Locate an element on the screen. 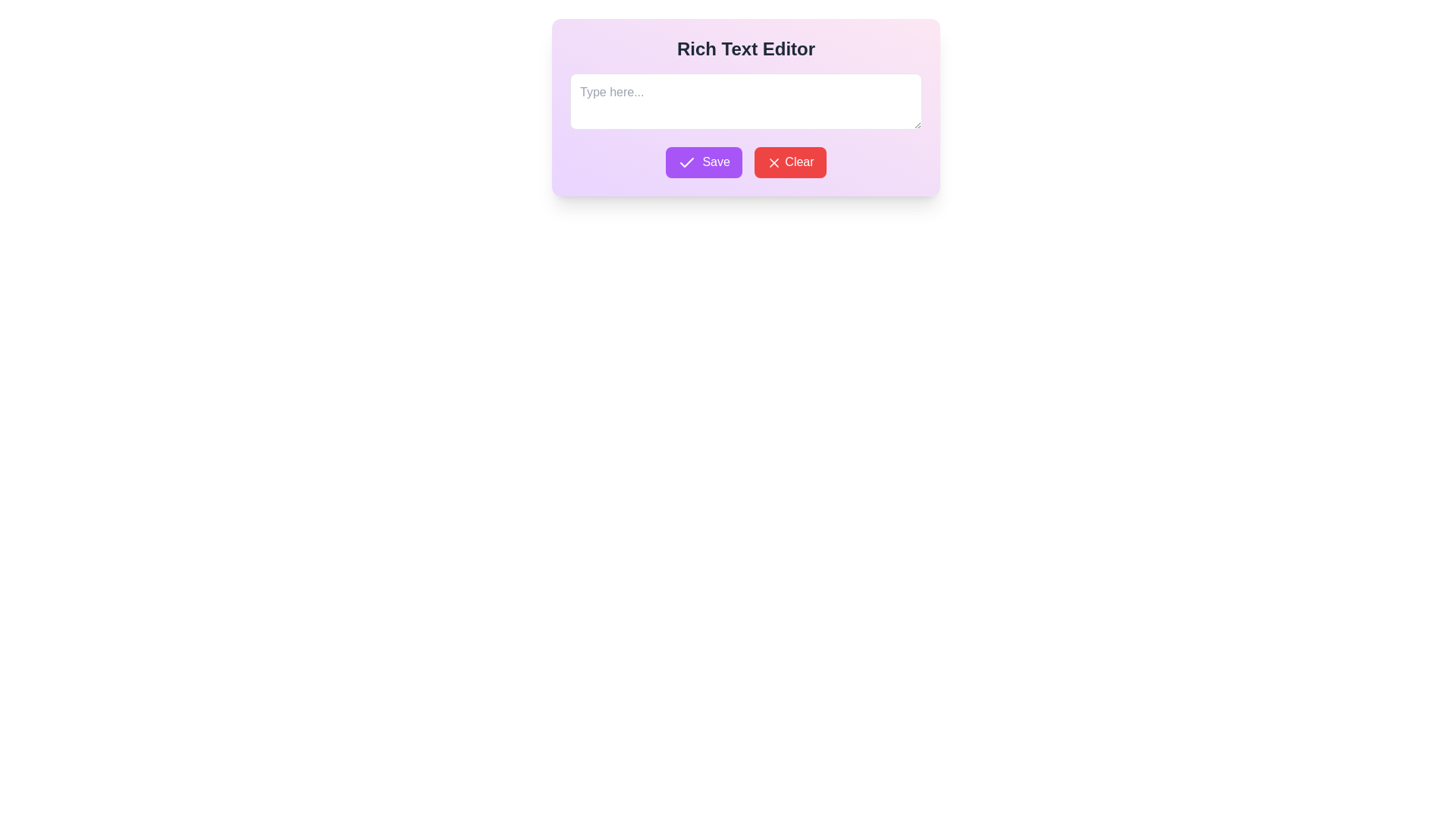 The image size is (1456, 819). the close or clear icon located inside the red 'Clear' button in the toolbar, which is positioned to the right of the purple 'Save' button beneath the 'Rich Text Editor' is located at coordinates (773, 163).